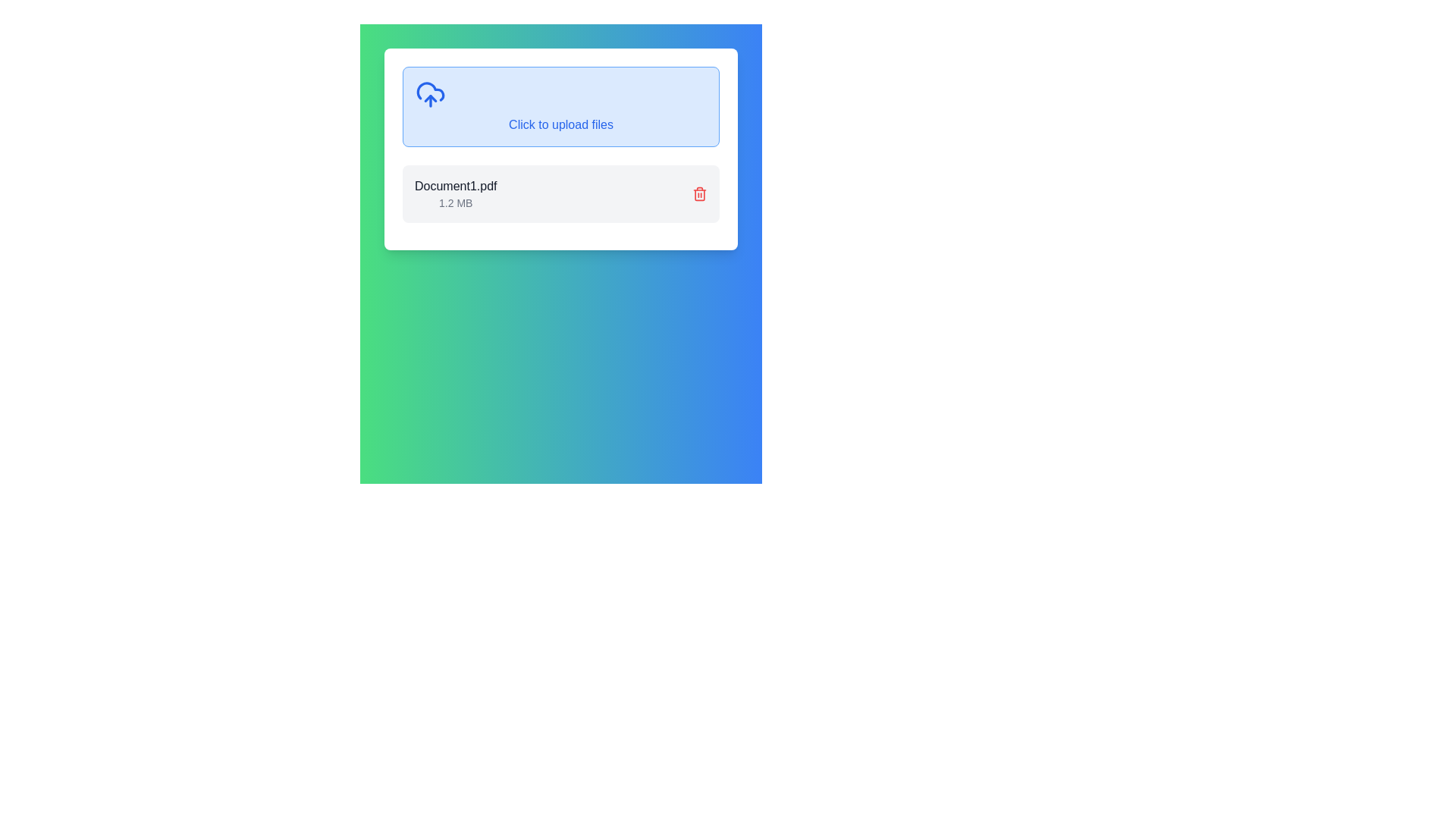 The height and width of the screenshot is (819, 1456). I want to click on the center of the text label displaying 'Click to upload files' in blue font, which is positioned in a light blue area for file uploads, so click(560, 121).